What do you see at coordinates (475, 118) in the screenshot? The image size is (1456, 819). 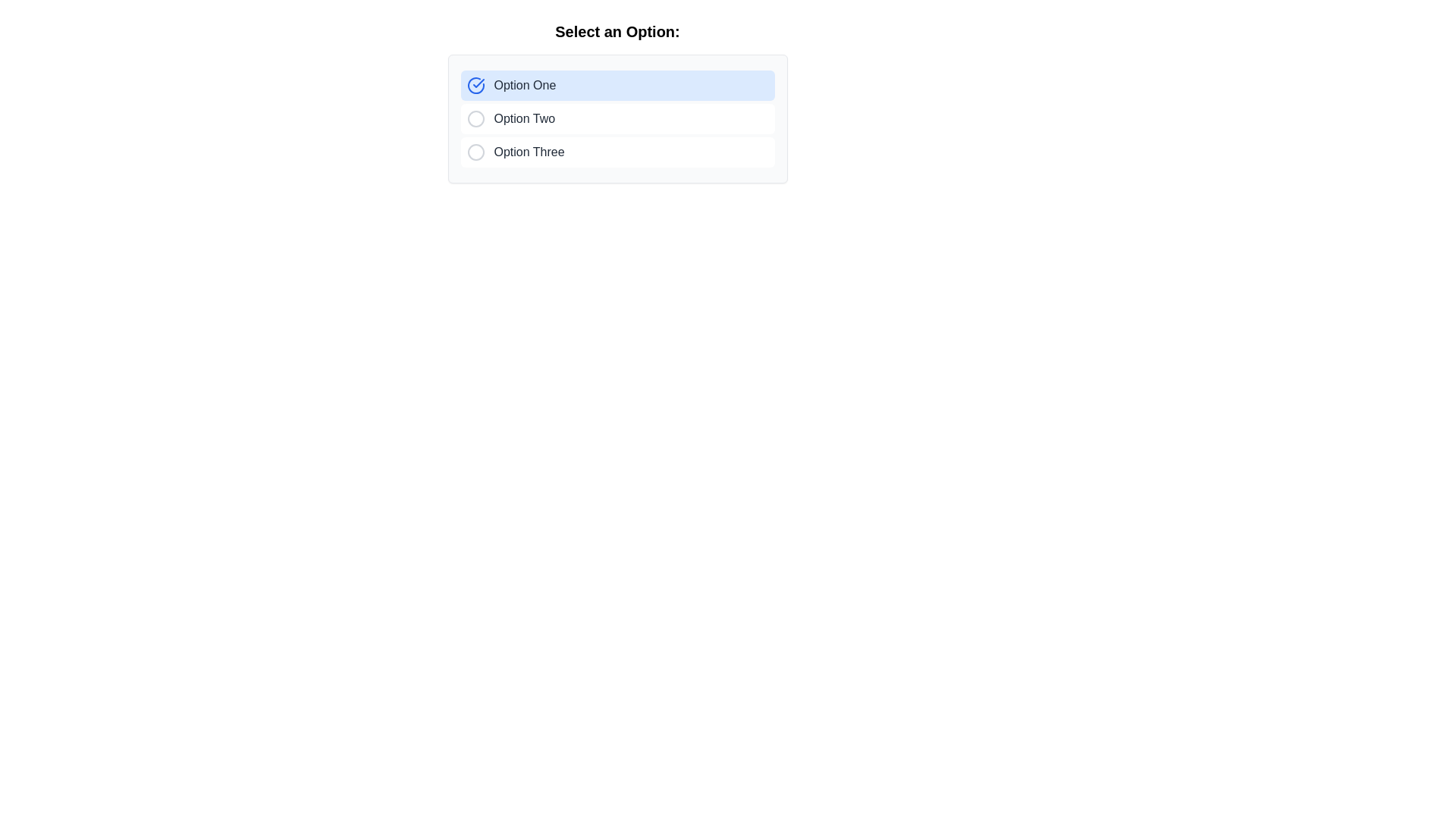 I see `the second radio button marker indicating 'Option Two'` at bounding box center [475, 118].